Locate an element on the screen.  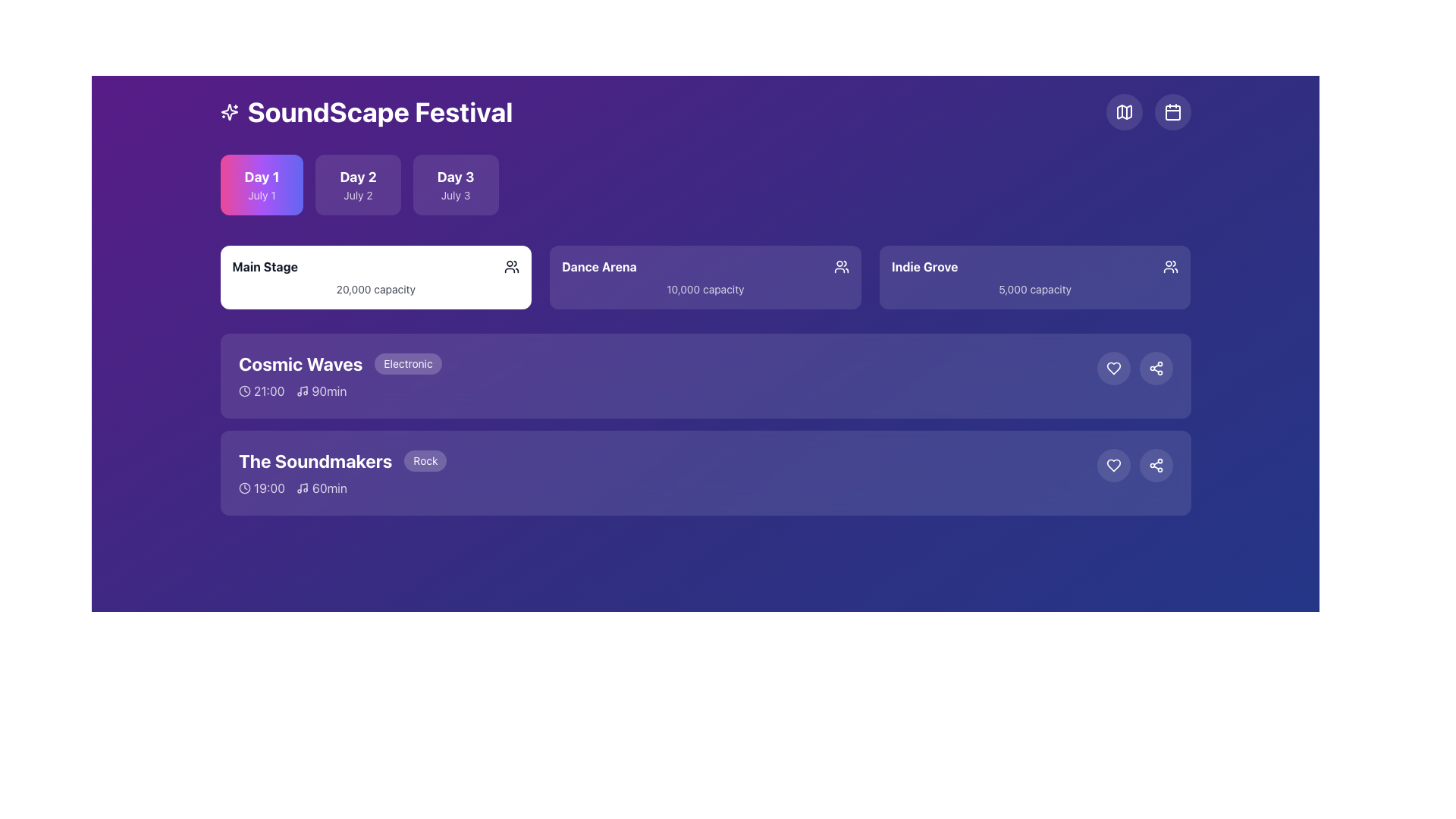
the circular outer boundary of the clock icon, which is part of the event scheduling interface and is located to the left of the time duration text is located at coordinates (244, 391).